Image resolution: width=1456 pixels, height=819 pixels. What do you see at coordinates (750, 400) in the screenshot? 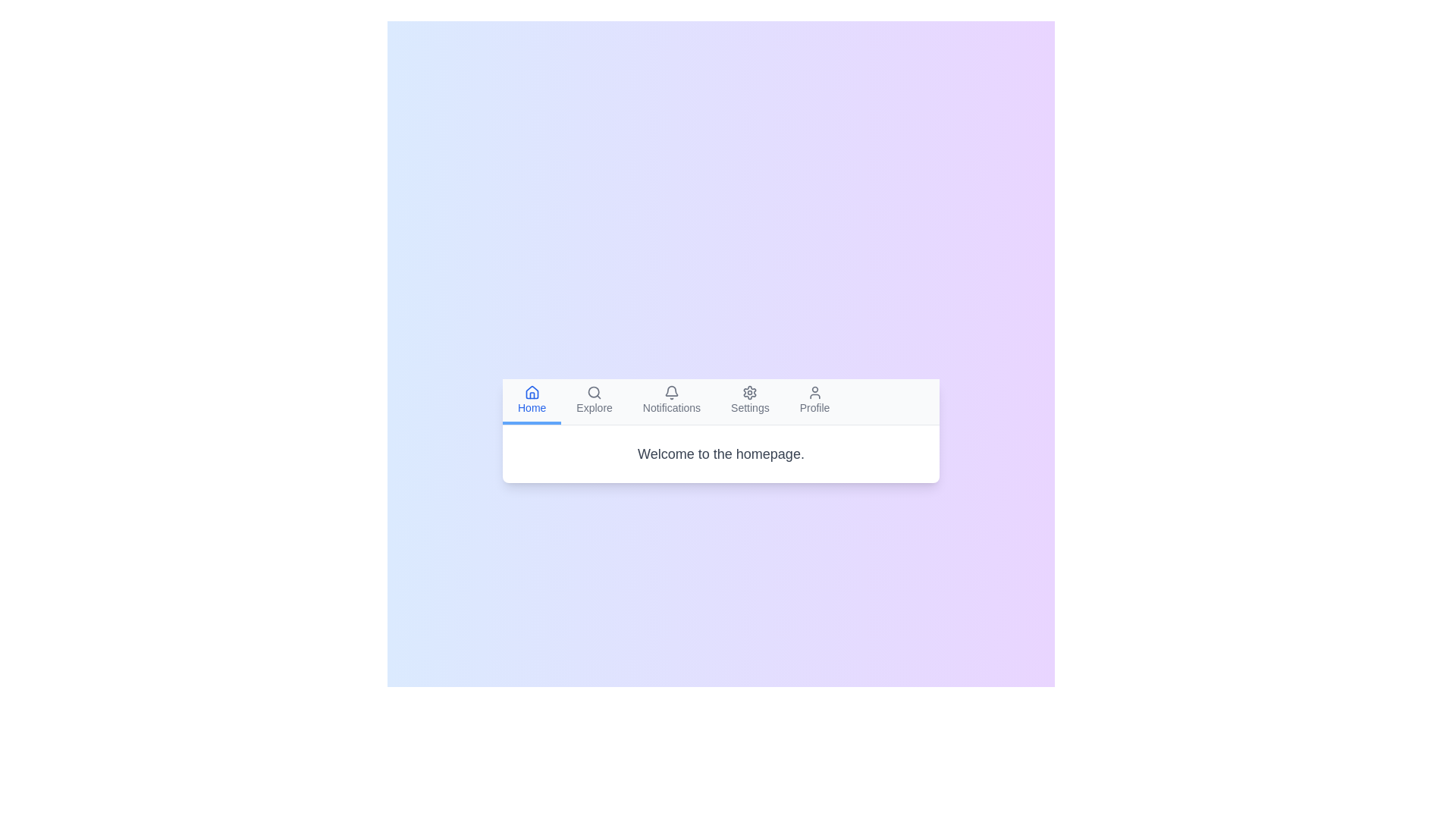
I see `the tab labeled Settings to select it` at bounding box center [750, 400].